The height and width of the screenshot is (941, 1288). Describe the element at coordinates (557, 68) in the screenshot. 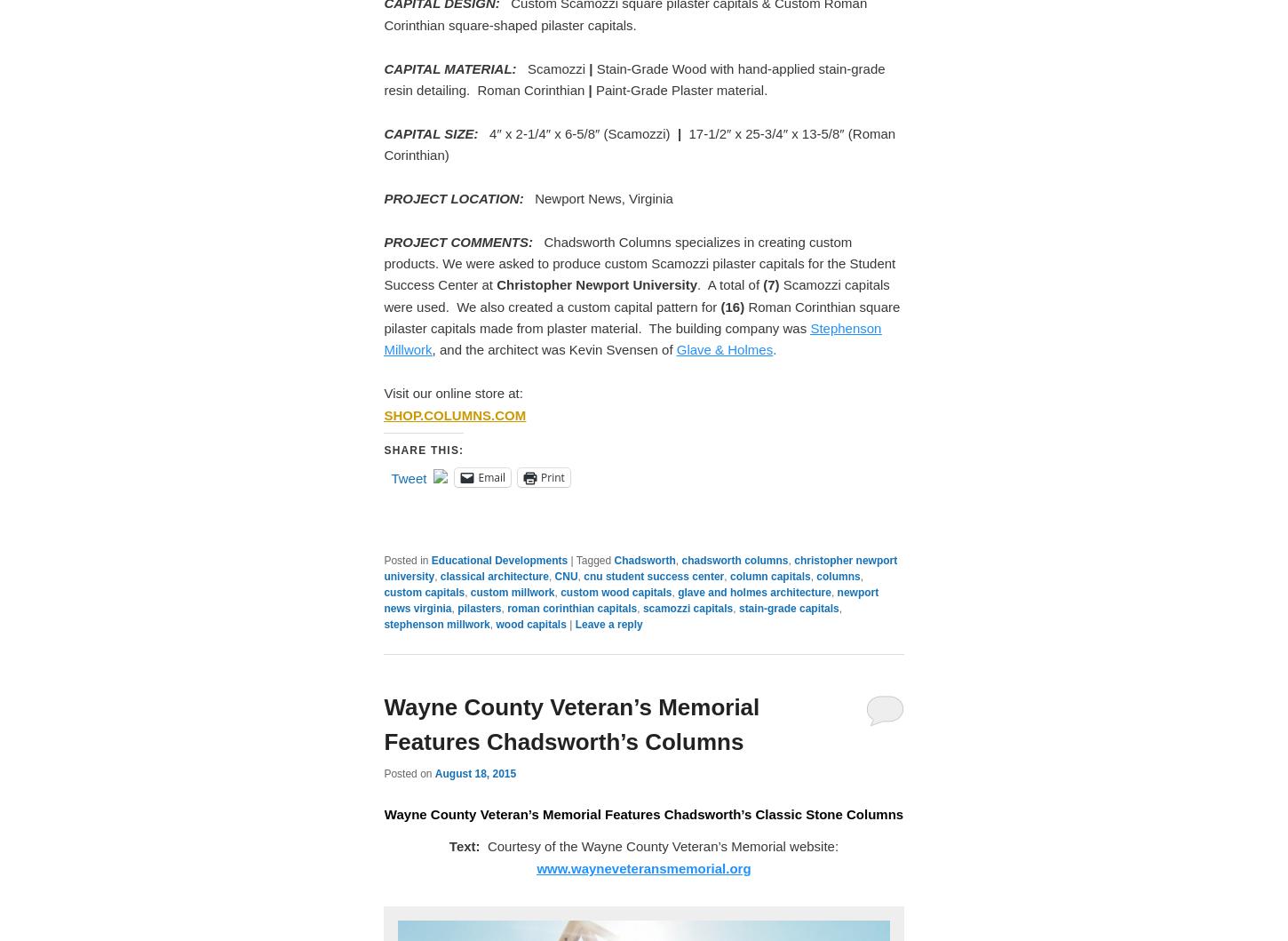

I see `'Scamozzi'` at that location.